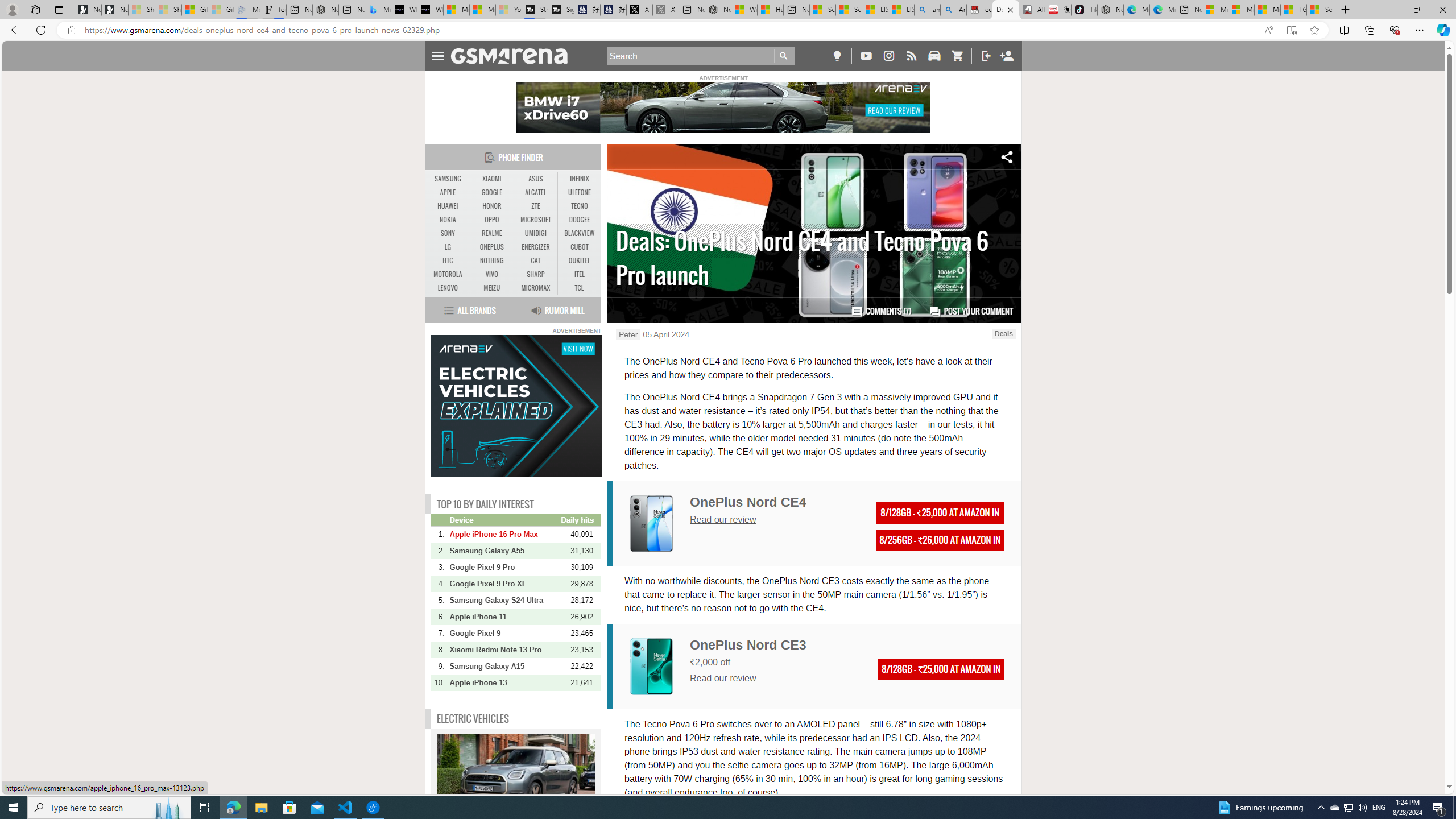 The height and width of the screenshot is (819, 1456). Describe the element at coordinates (579, 205) in the screenshot. I see `'TECNO'` at that location.